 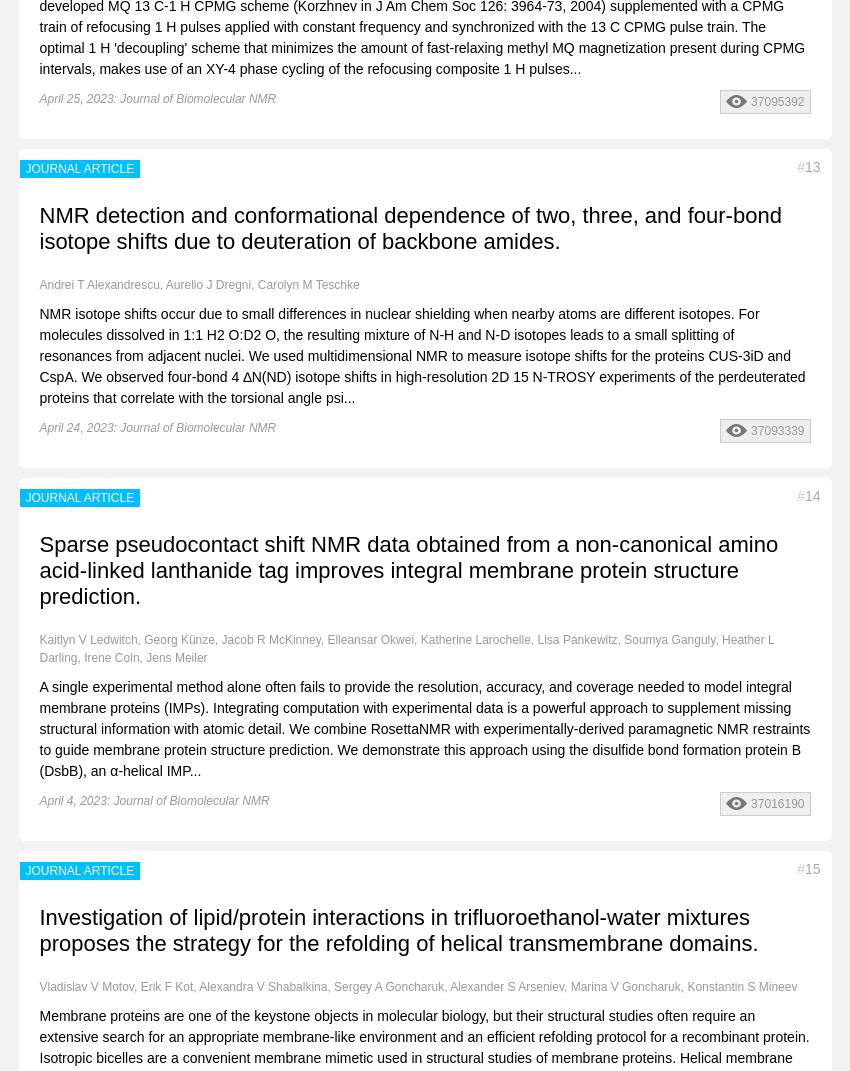 What do you see at coordinates (776, 430) in the screenshot?
I see `'37093339'` at bounding box center [776, 430].